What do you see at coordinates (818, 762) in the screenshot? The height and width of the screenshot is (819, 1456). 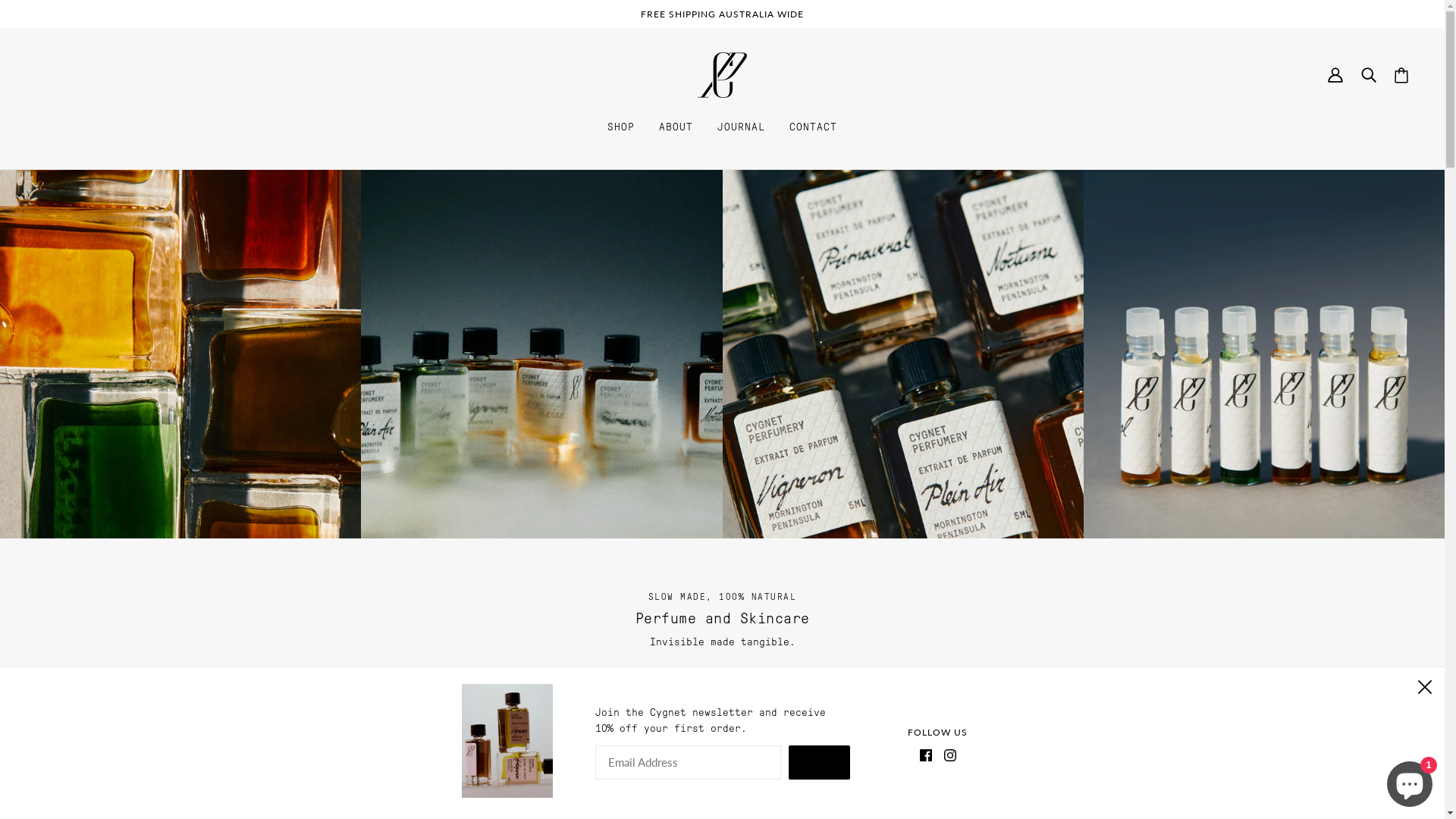 I see `'ENTER'` at bounding box center [818, 762].